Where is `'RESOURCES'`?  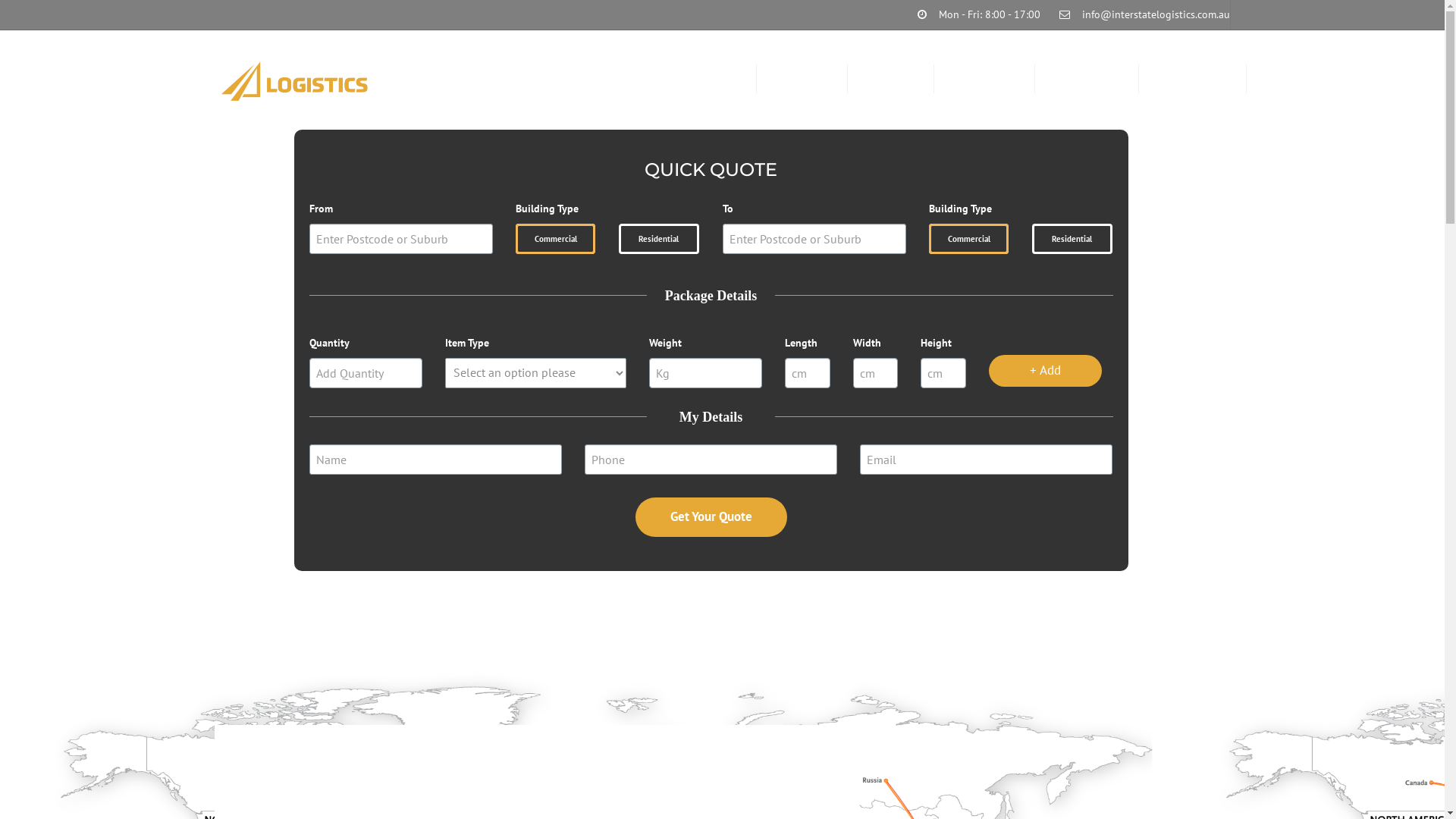
'RESOURCES' is located at coordinates (984, 79).